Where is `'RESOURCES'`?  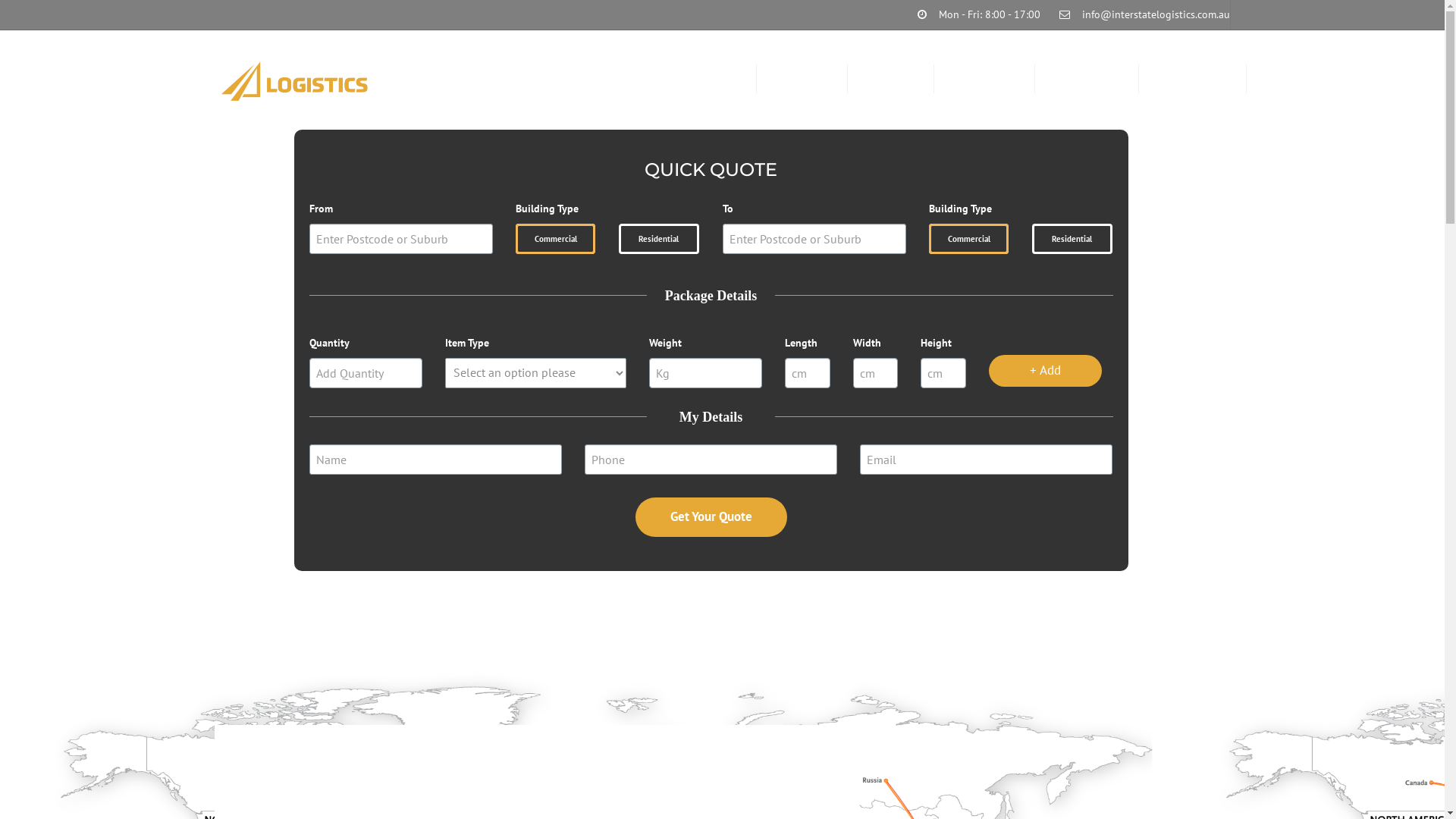
'RESOURCES' is located at coordinates (984, 79).